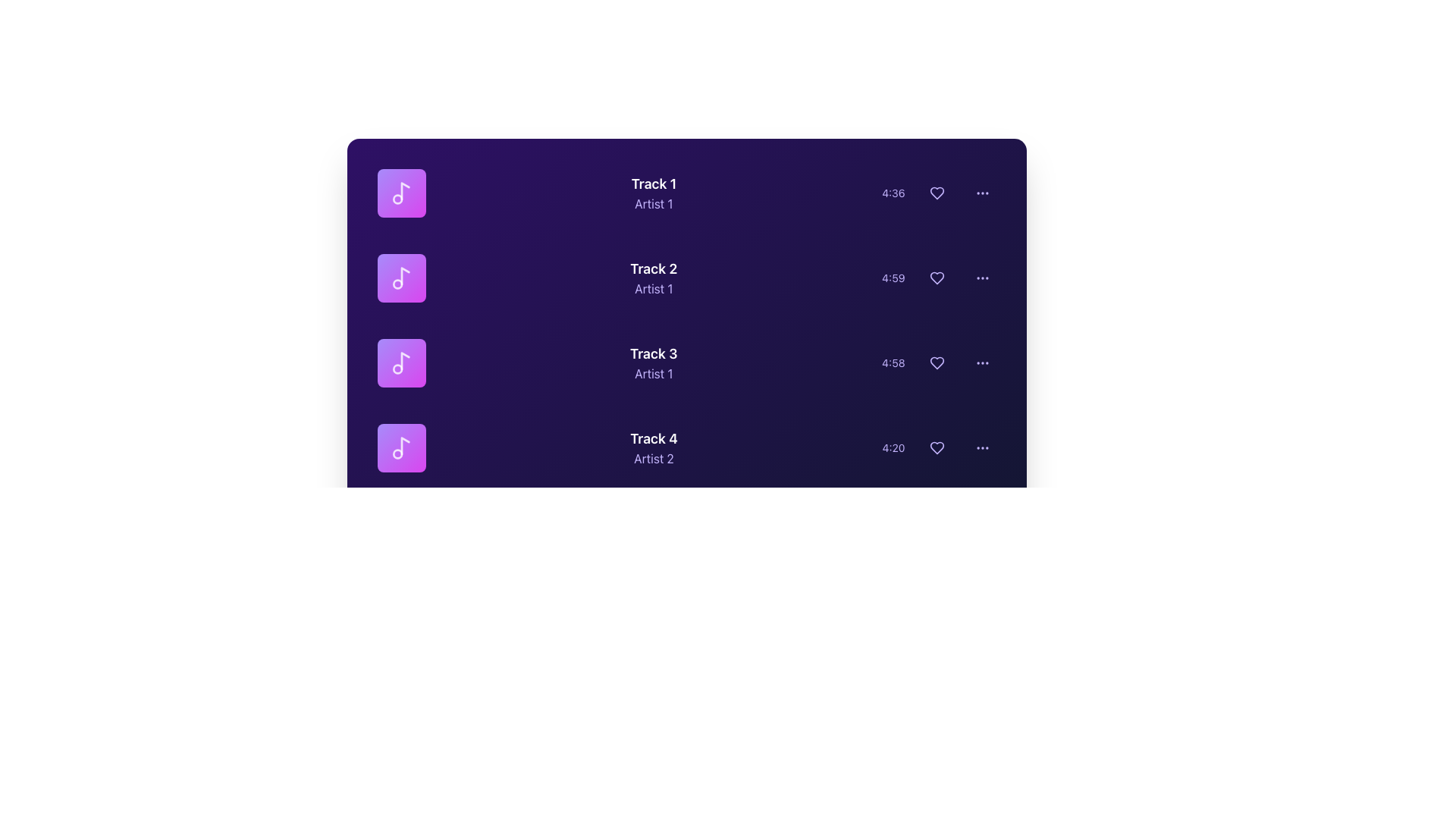 The width and height of the screenshot is (1456, 819). Describe the element at coordinates (982, 278) in the screenshot. I see `the ellipsis icon consisting of three purple circular dots in the action section of 'Track 2'` at that location.